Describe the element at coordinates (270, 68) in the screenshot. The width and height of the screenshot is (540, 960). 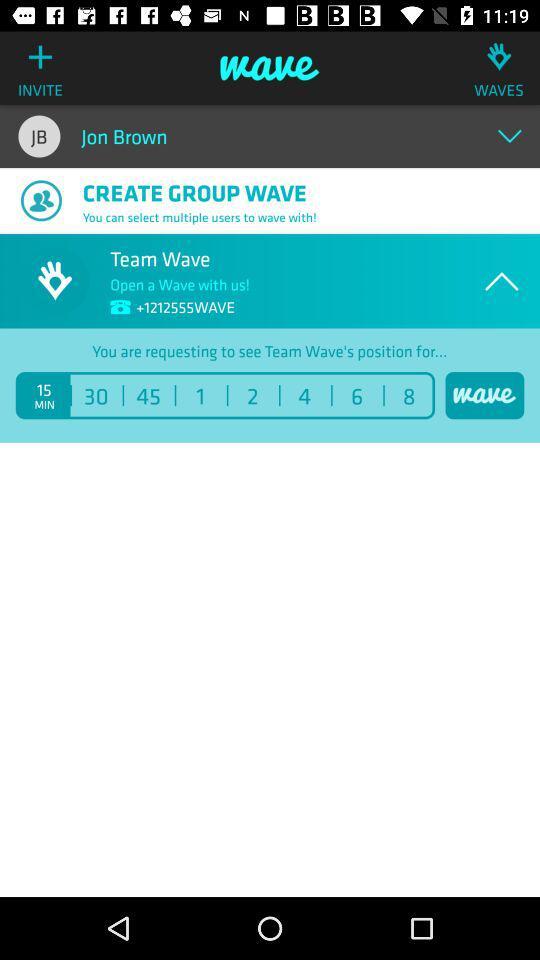
I see `item above jon brown item` at that location.